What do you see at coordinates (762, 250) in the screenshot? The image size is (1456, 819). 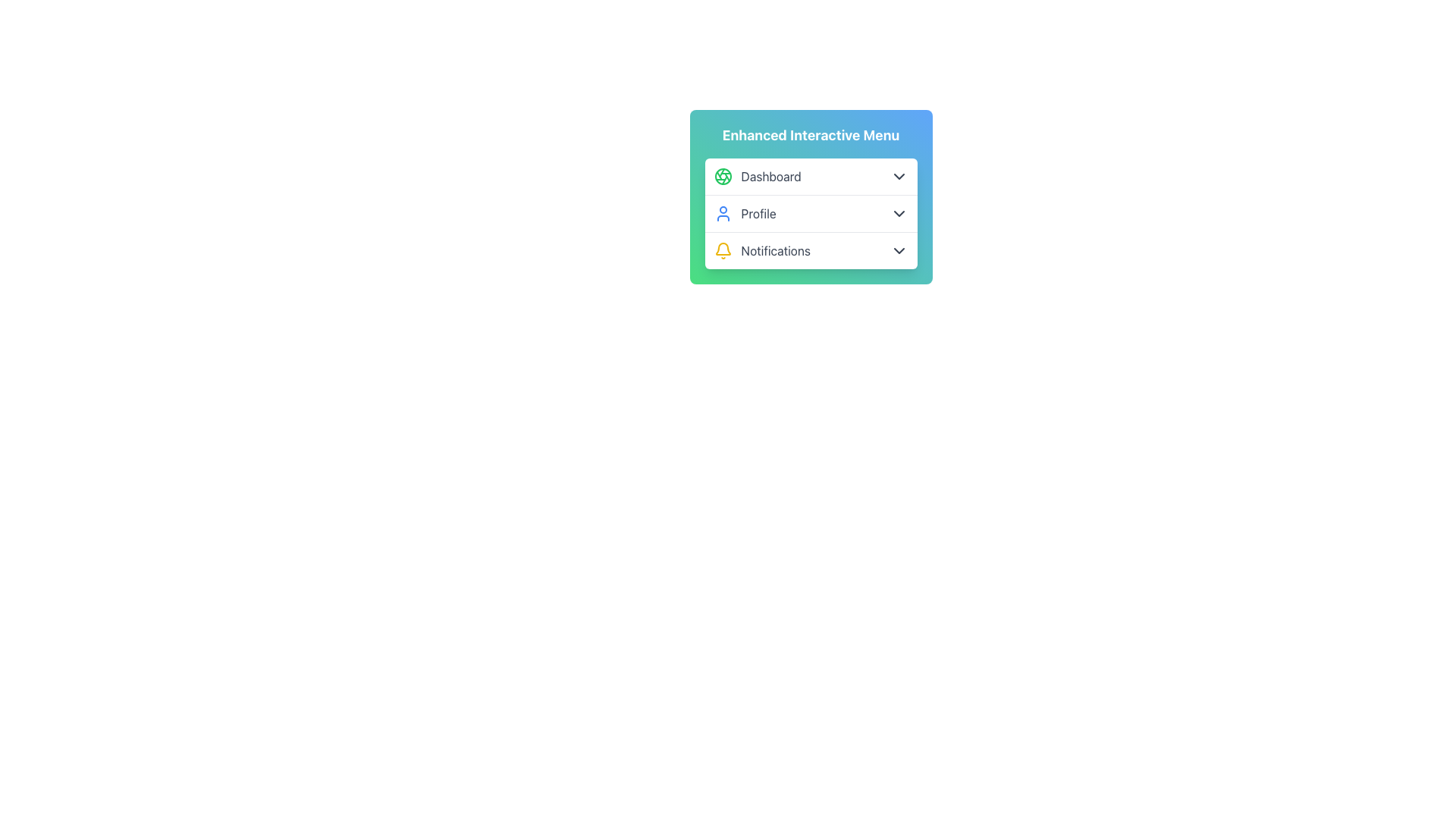 I see `the Notification menu item at the bottom of the list` at bounding box center [762, 250].